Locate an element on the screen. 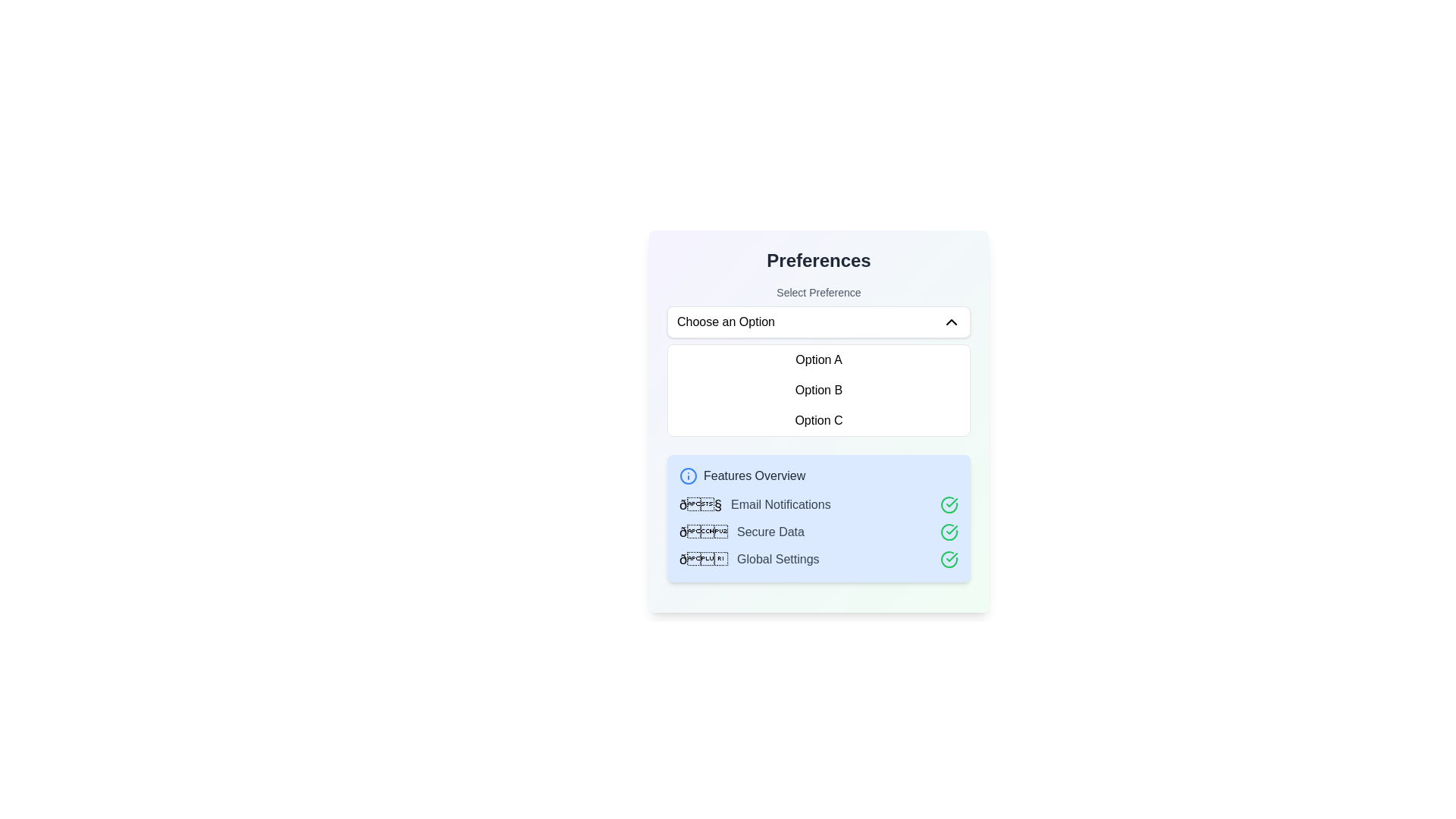 The width and height of the screenshot is (1456, 819). the third option in the dropdown menu, located below 'Option A' and 'Option B' is located at coordinates (818, 421).